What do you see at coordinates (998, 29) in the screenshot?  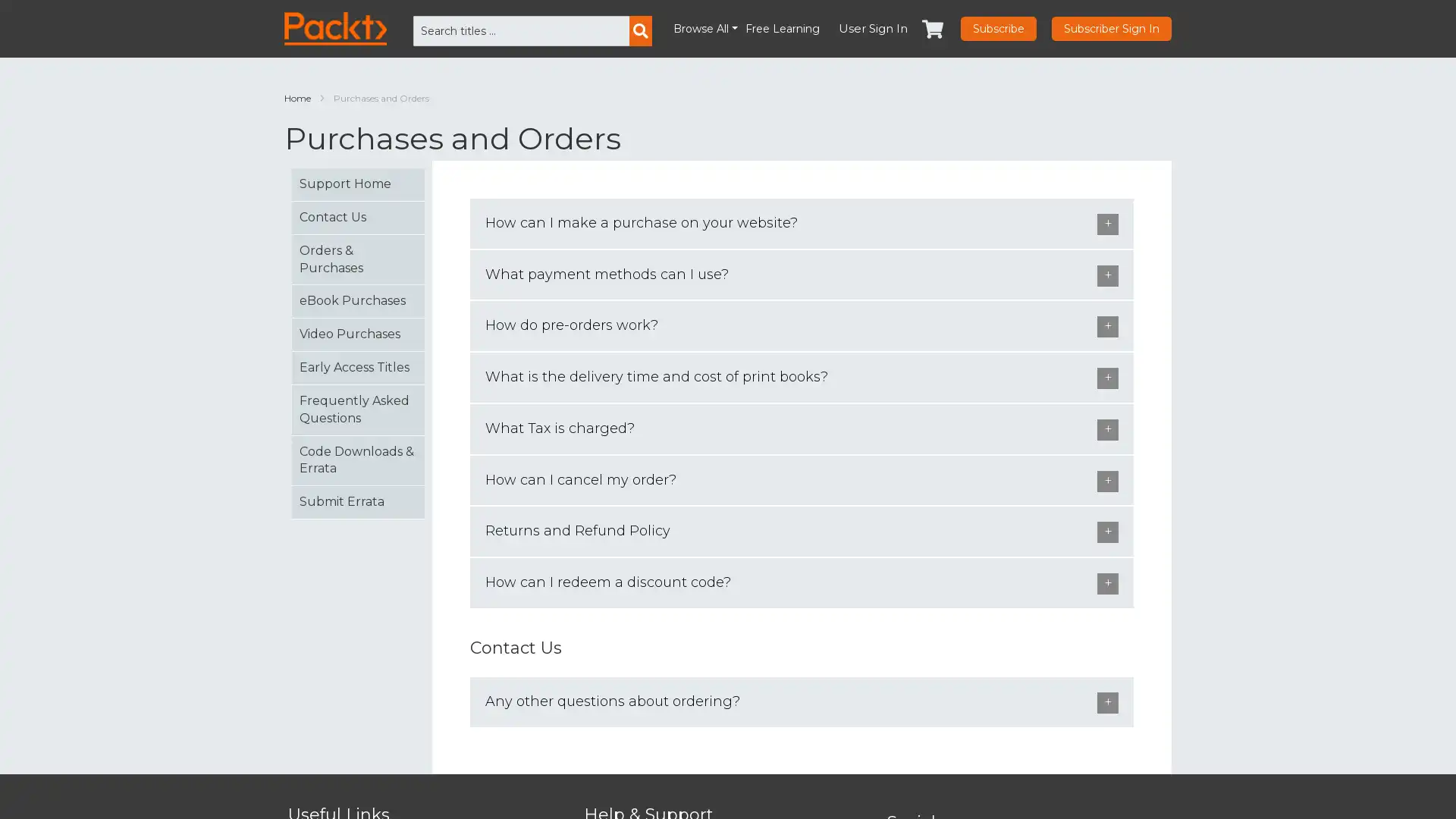 I see `Subscribe` at bounding box center [998, 29].